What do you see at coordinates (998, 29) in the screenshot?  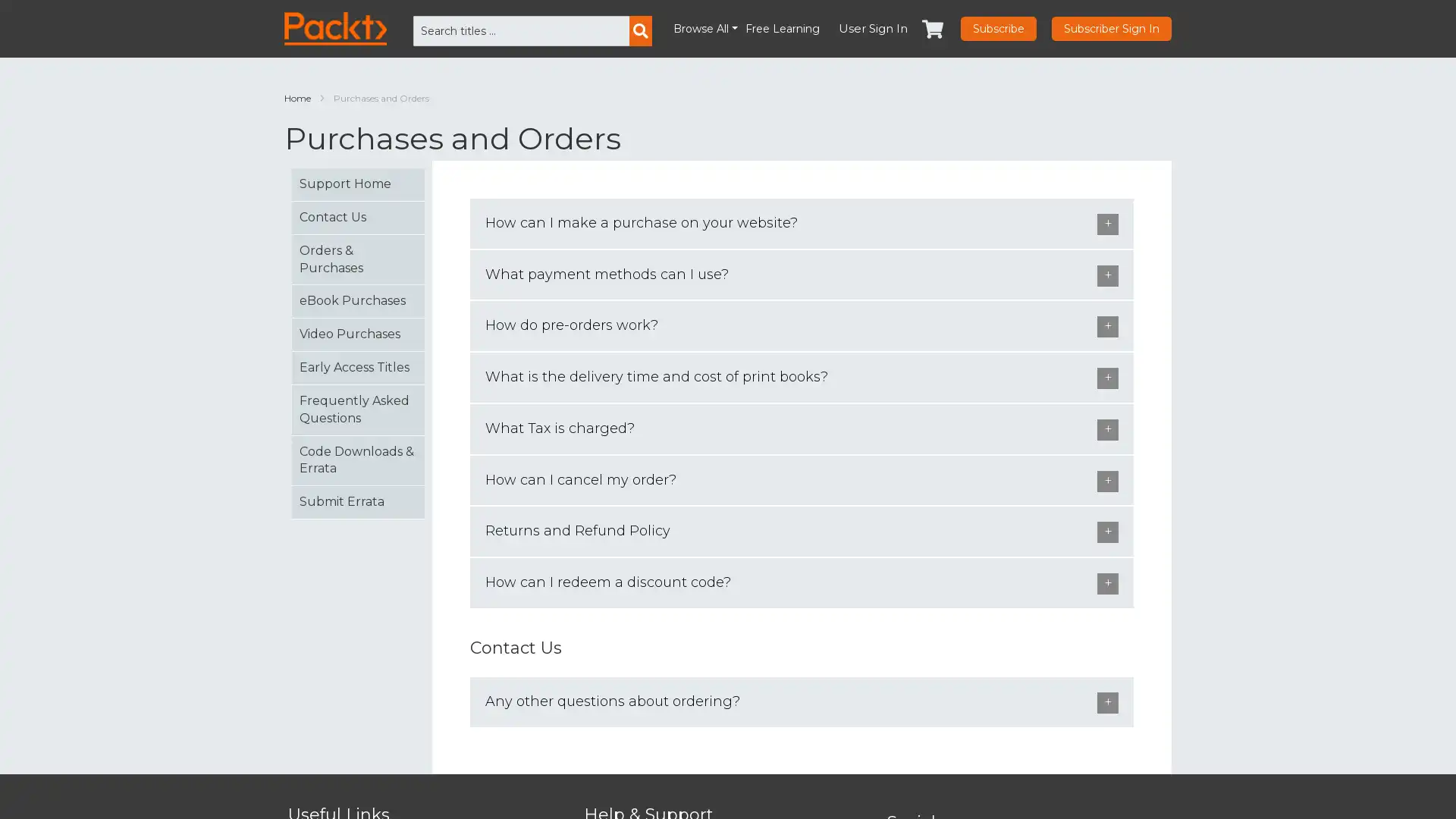 I see `Subscribe` at bounding box center [998, 29].